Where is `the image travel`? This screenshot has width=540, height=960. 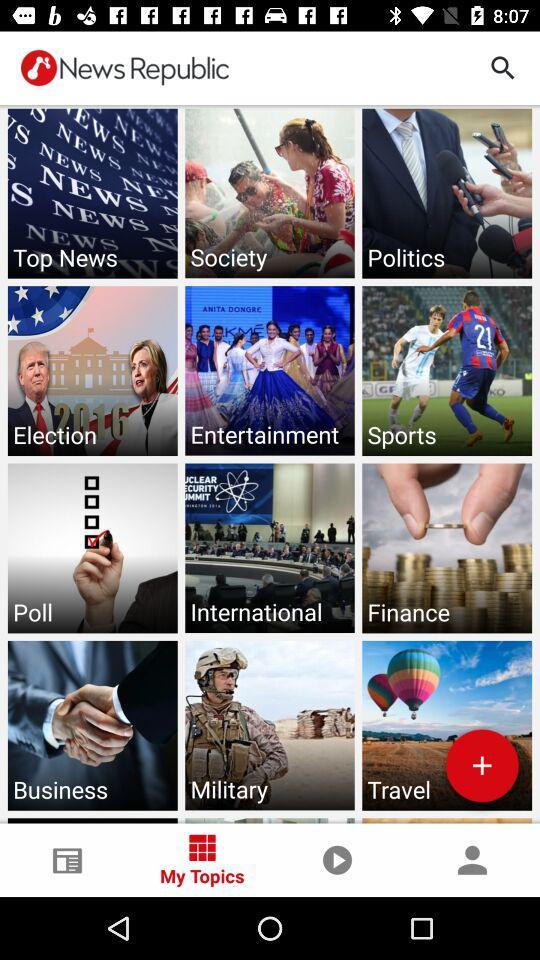 the image travel is located at coordinates (447, 724).